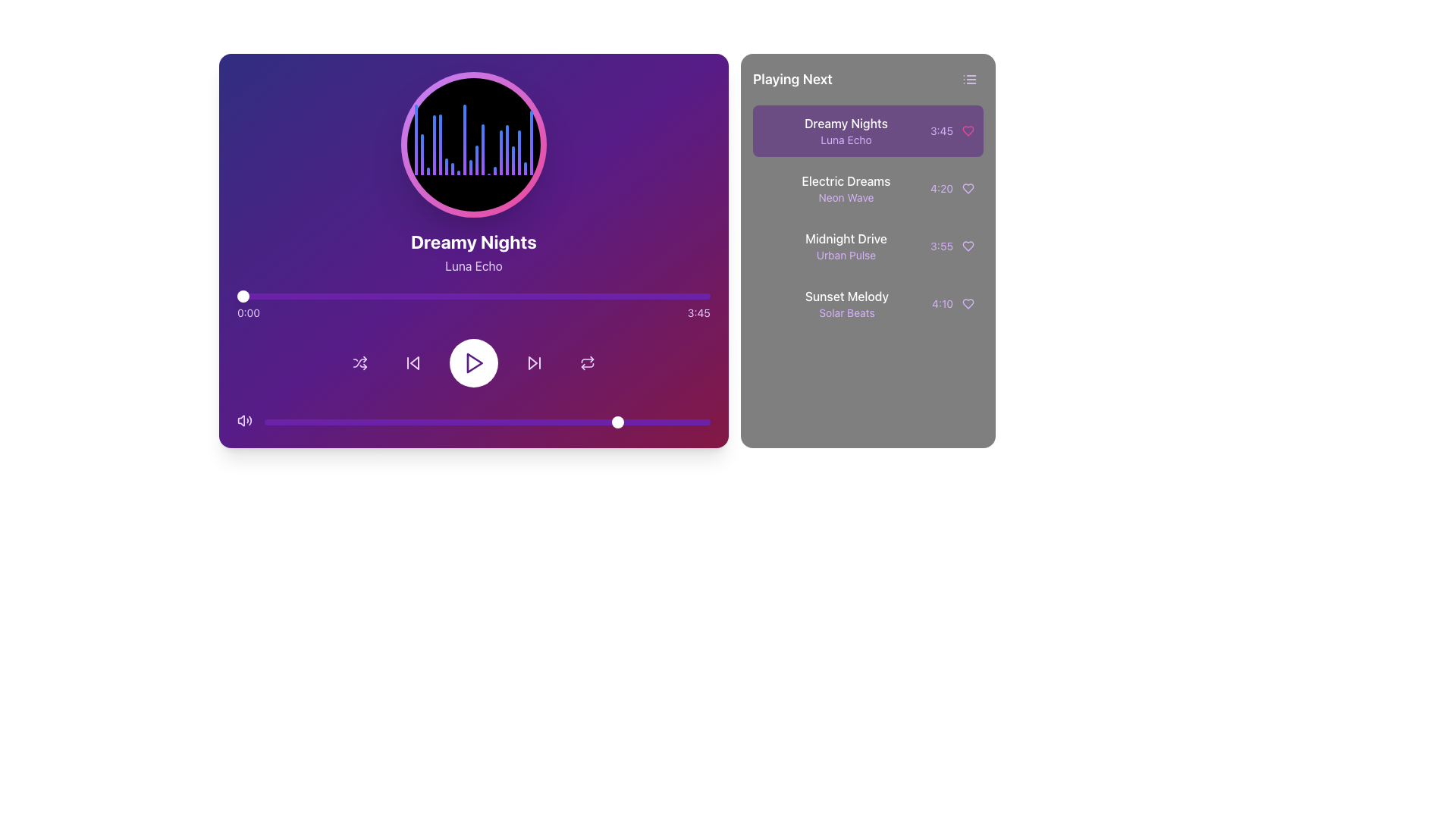 The height and width of the screenshot is (819, 1456). I want to click on the playback position, so click(466, 296).